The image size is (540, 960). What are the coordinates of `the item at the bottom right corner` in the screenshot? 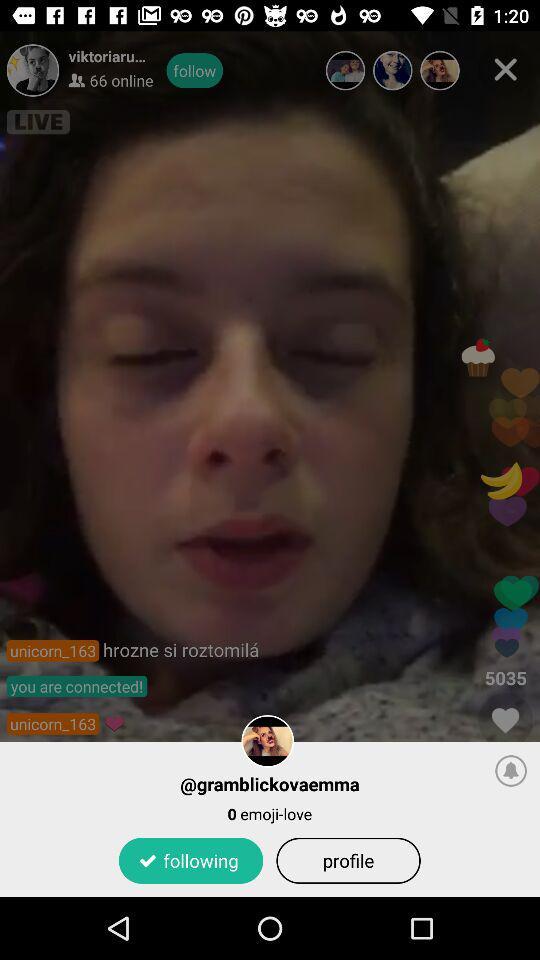 It's located at (511, 769).